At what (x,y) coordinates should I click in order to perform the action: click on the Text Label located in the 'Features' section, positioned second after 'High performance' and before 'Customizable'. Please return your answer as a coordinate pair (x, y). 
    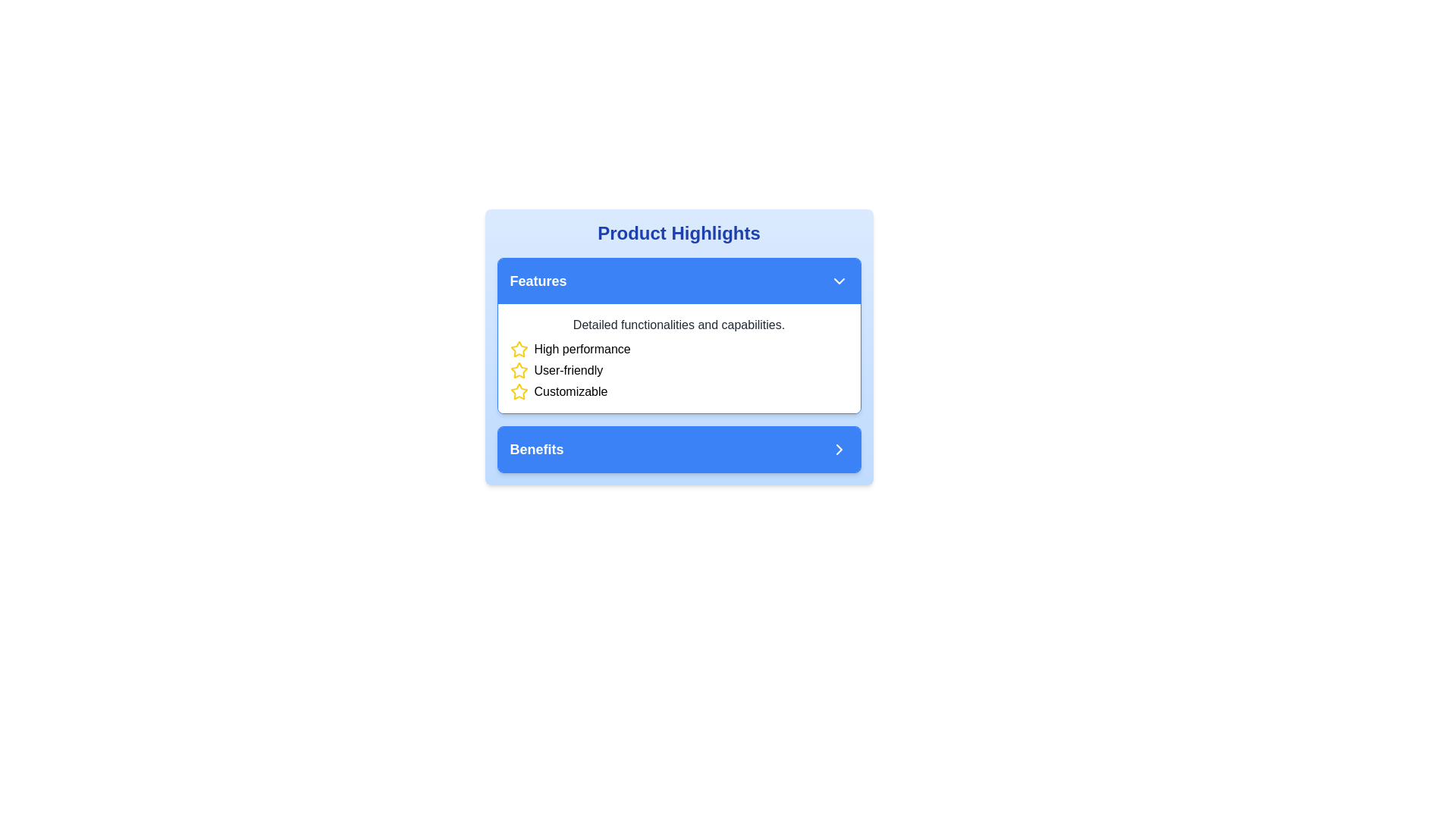
    Looking at the image, I should click on (567, 371).